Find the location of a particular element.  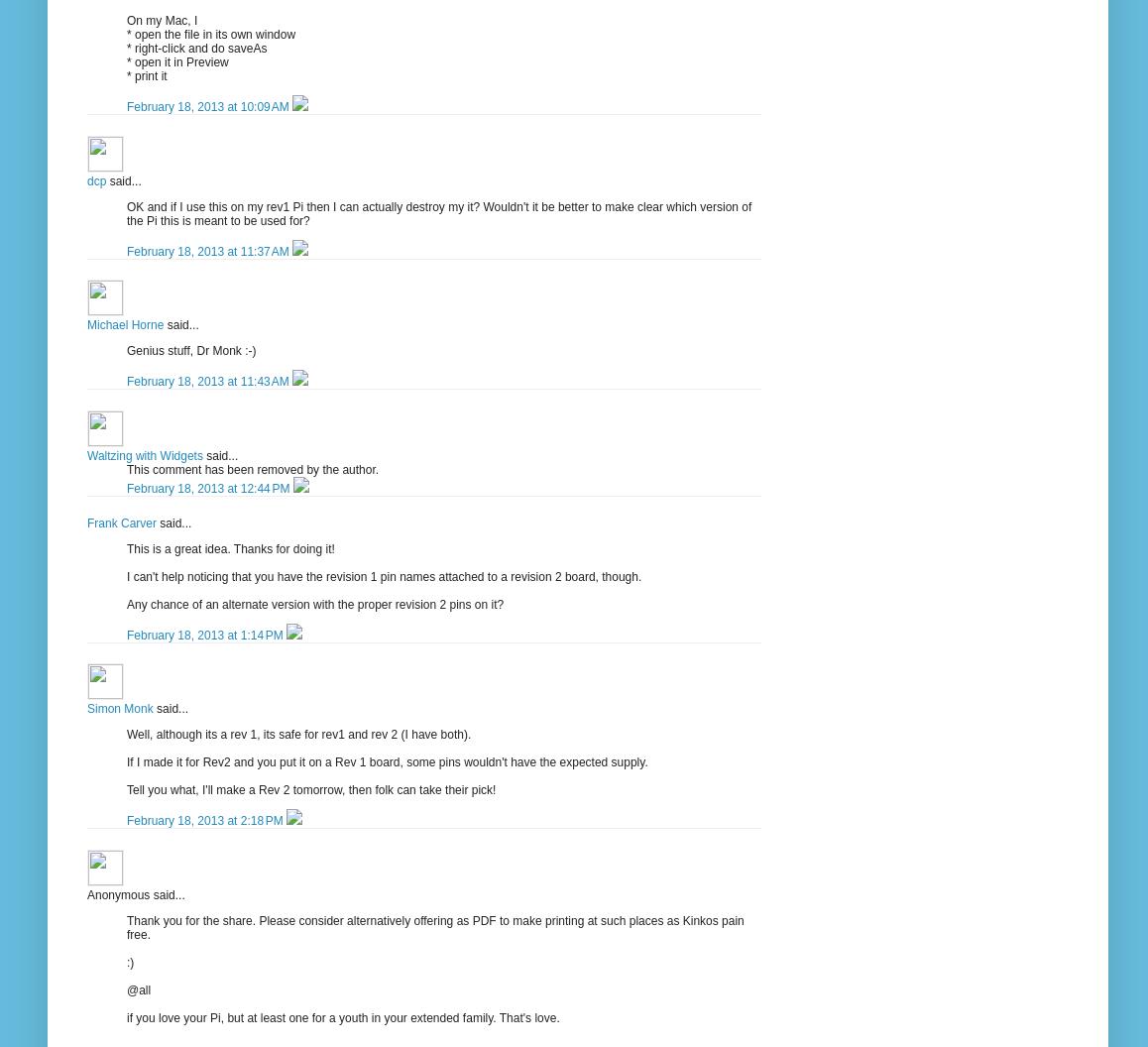

'On my Mac, I' is located at coordinates (125, 21).